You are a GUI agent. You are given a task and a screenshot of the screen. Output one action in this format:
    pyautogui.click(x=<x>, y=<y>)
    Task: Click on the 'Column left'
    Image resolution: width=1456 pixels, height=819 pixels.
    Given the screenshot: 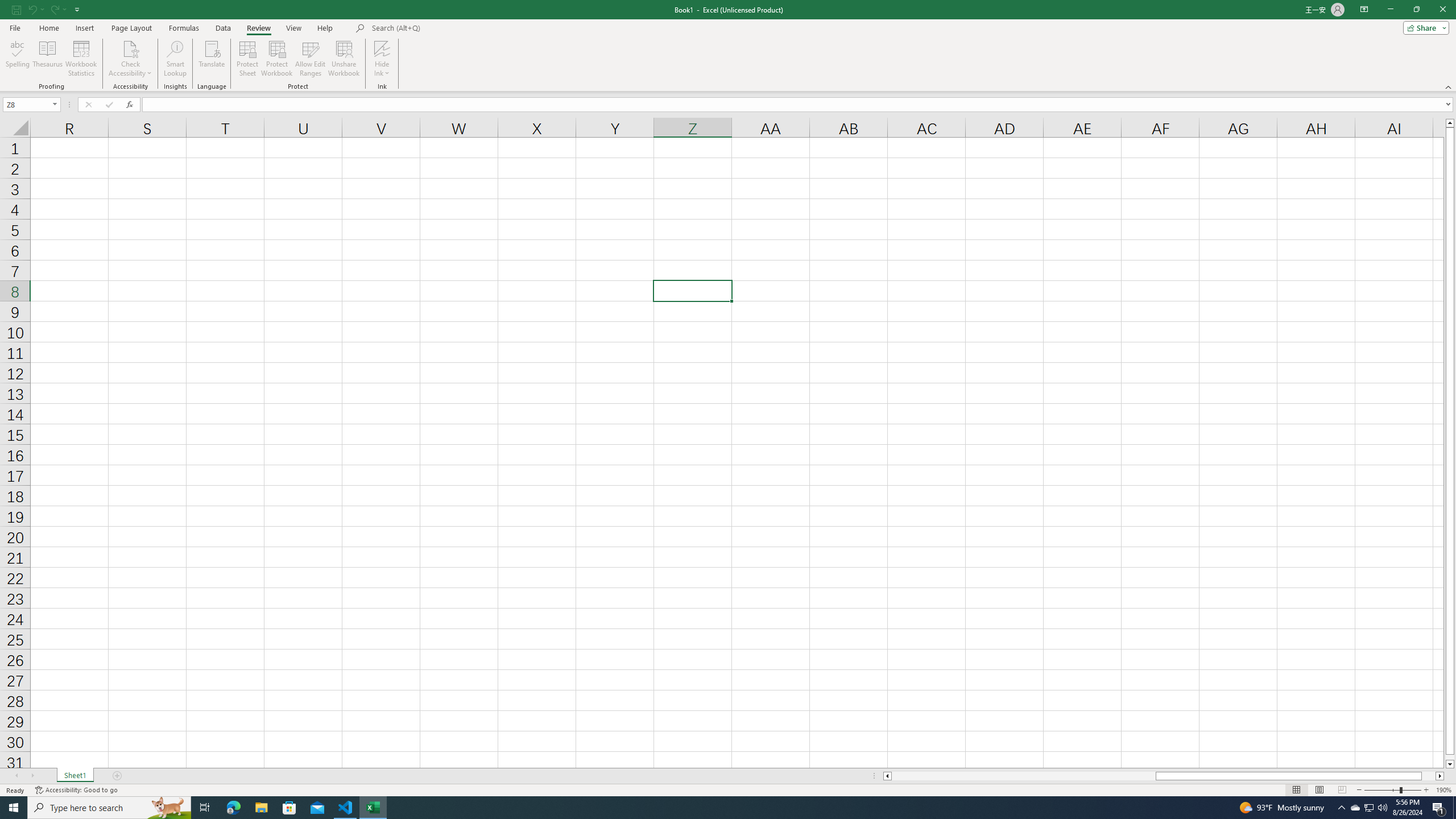 What is the action you would take?
    pyautogui.click(x=886, y=775)
    